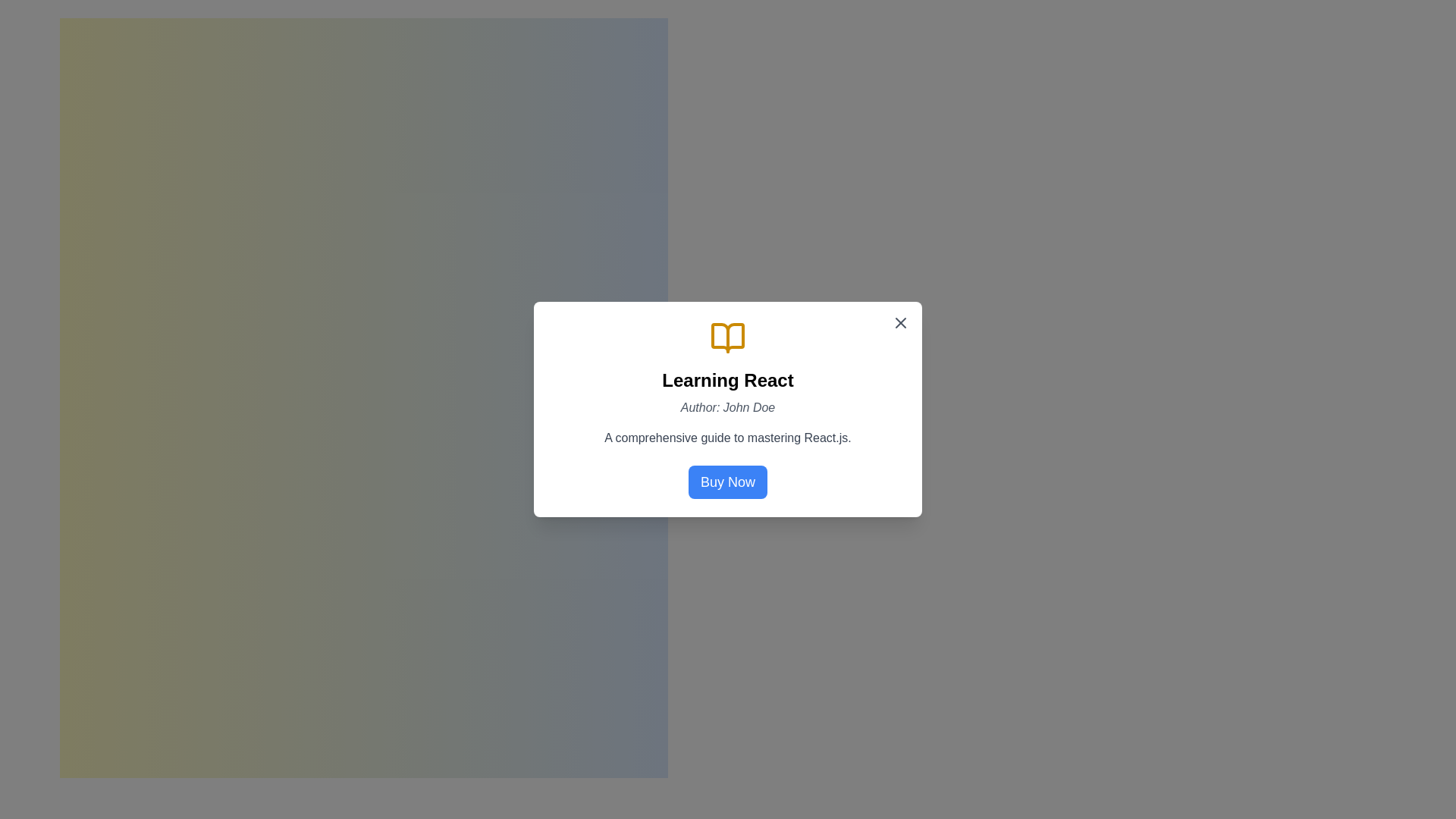 The image size is (1456, 819). I want to click on the close button located in the top-right corner of the modal window, so click(901, 322).